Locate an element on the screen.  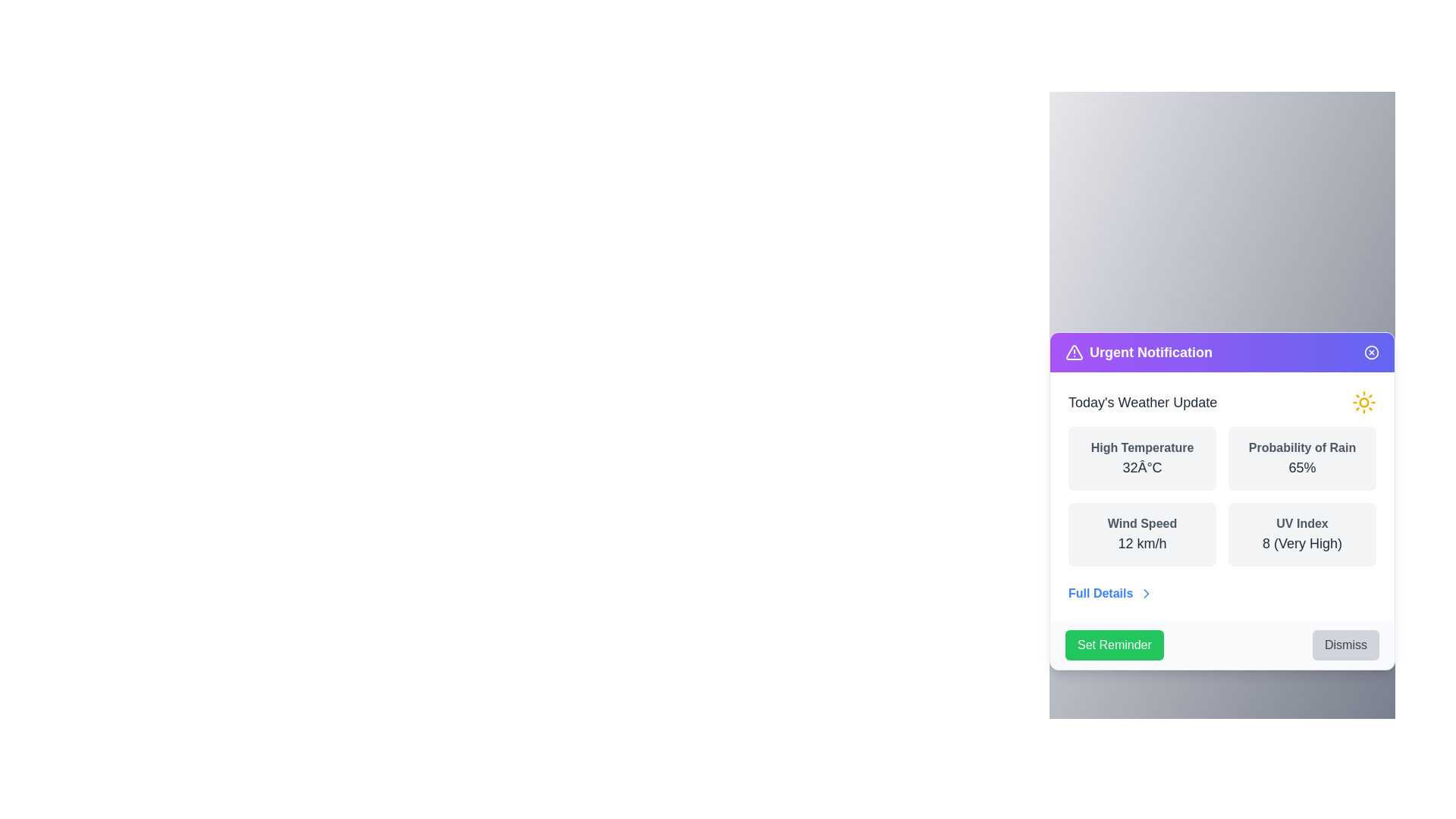
the sun icon, which is yellow and located next to the header 'Today's Weather Update' on the right-hand side is located at coordinates (1364, 402).